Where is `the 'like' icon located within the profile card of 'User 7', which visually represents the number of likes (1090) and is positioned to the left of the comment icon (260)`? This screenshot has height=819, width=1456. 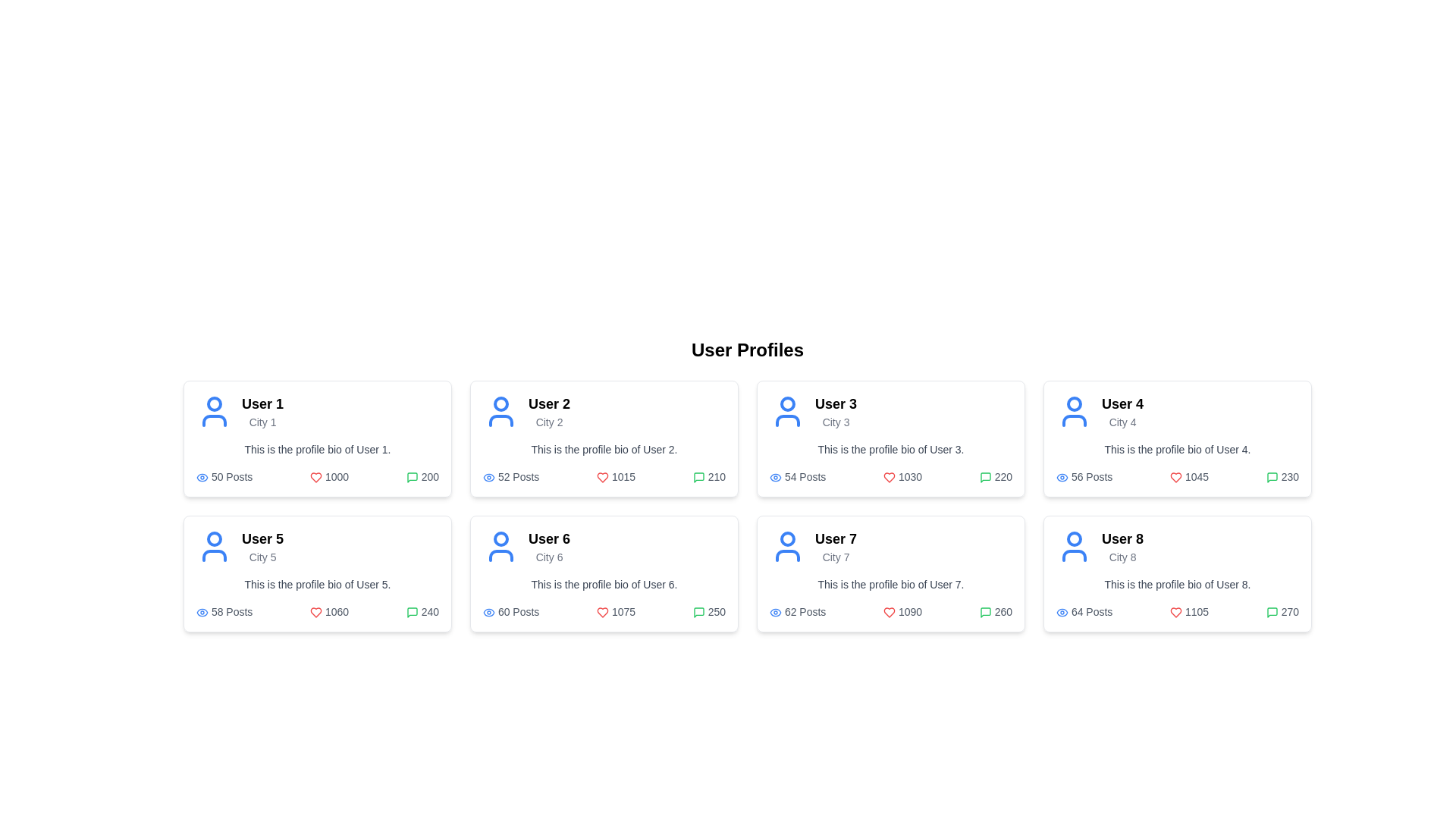 the 'like' icon located within the profile card of 'User 7', which visually represents the number of likes (1090) and is positioned to the left of the comment icon (260) is located at coordinates (890, 612).